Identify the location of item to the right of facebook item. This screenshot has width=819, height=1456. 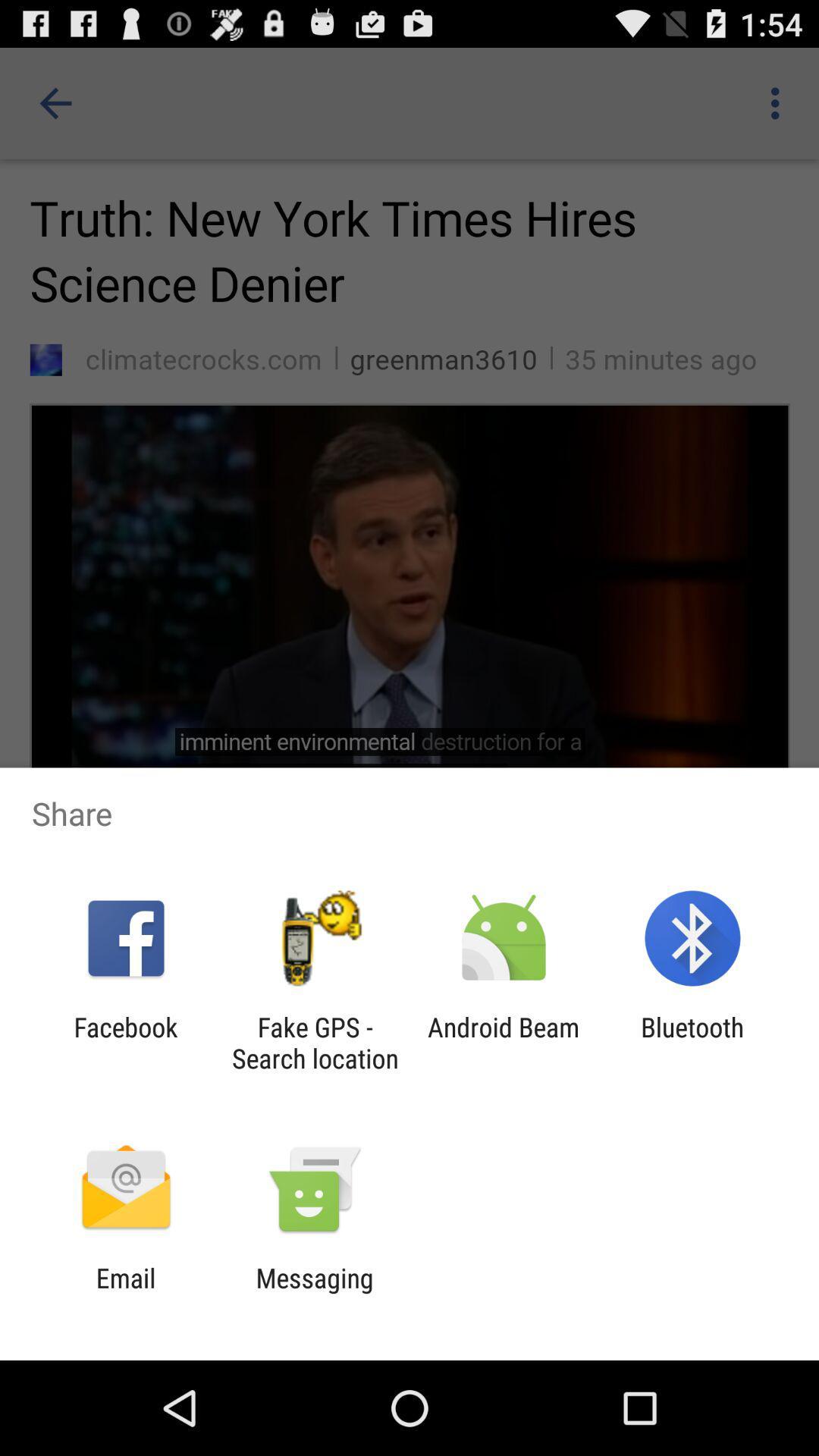
(314, 1042).